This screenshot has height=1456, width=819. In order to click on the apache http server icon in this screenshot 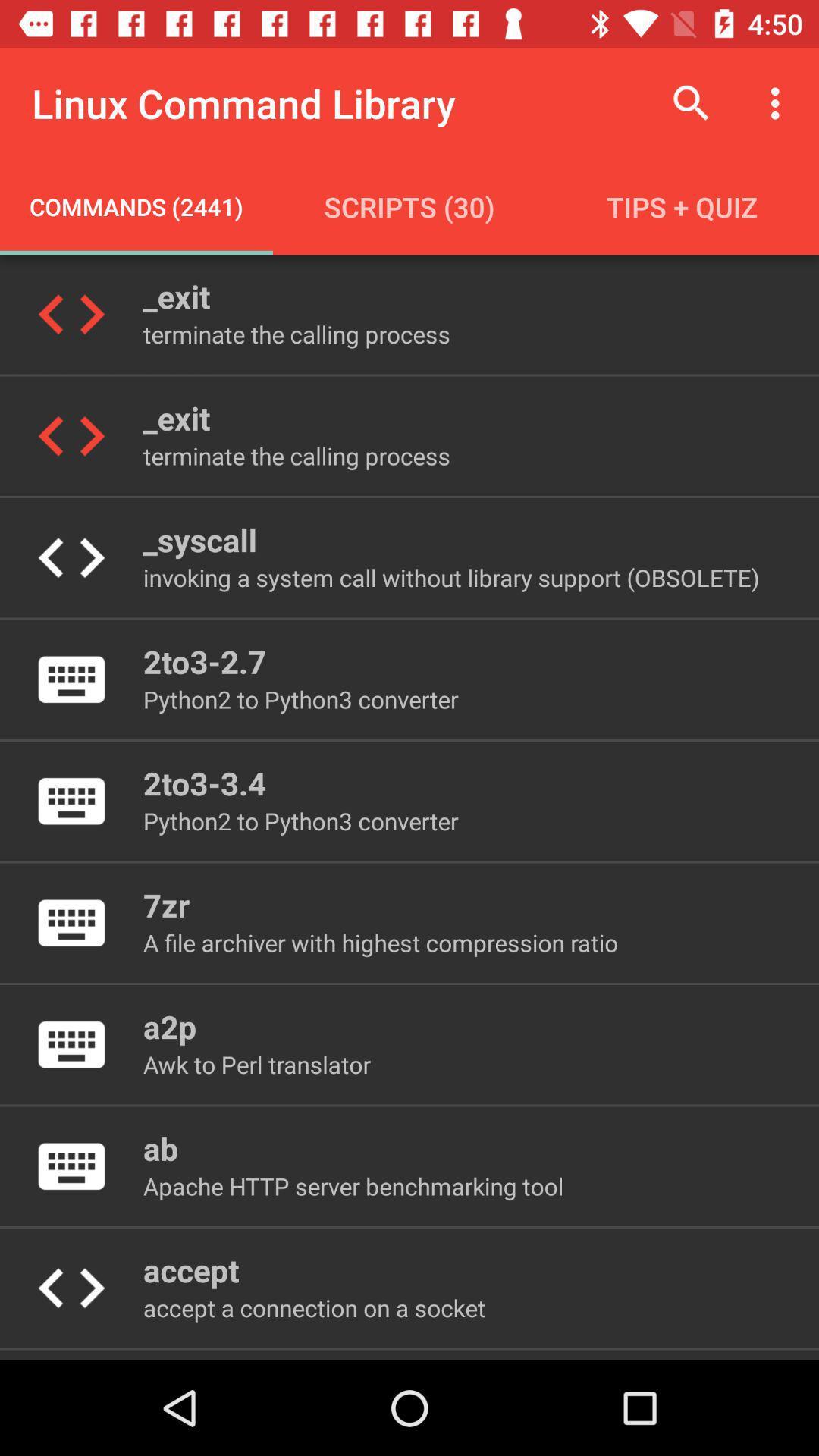, I will do `click(353, 1185)`.